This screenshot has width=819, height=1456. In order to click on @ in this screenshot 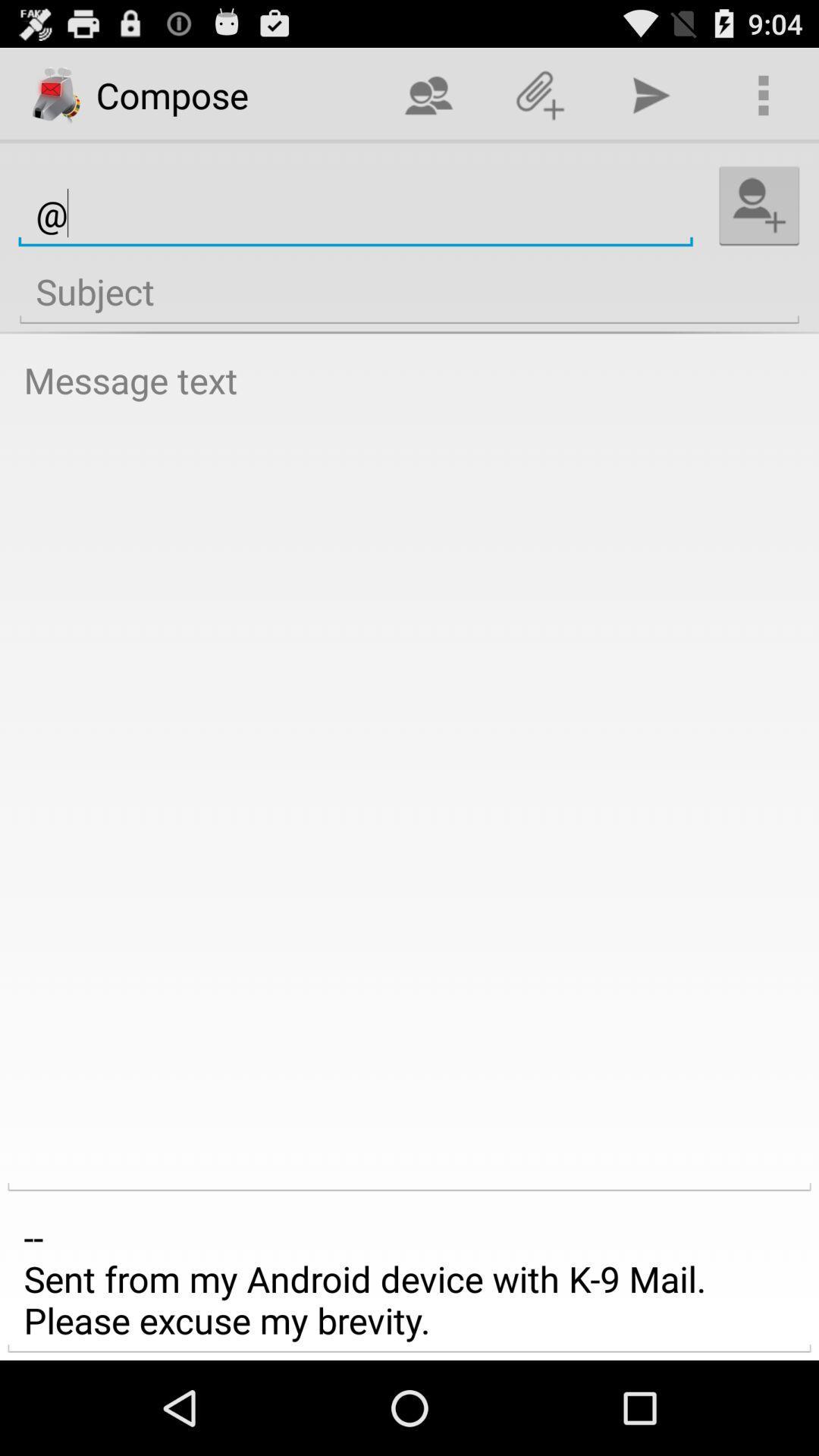, I will do `click(356, 213)`.